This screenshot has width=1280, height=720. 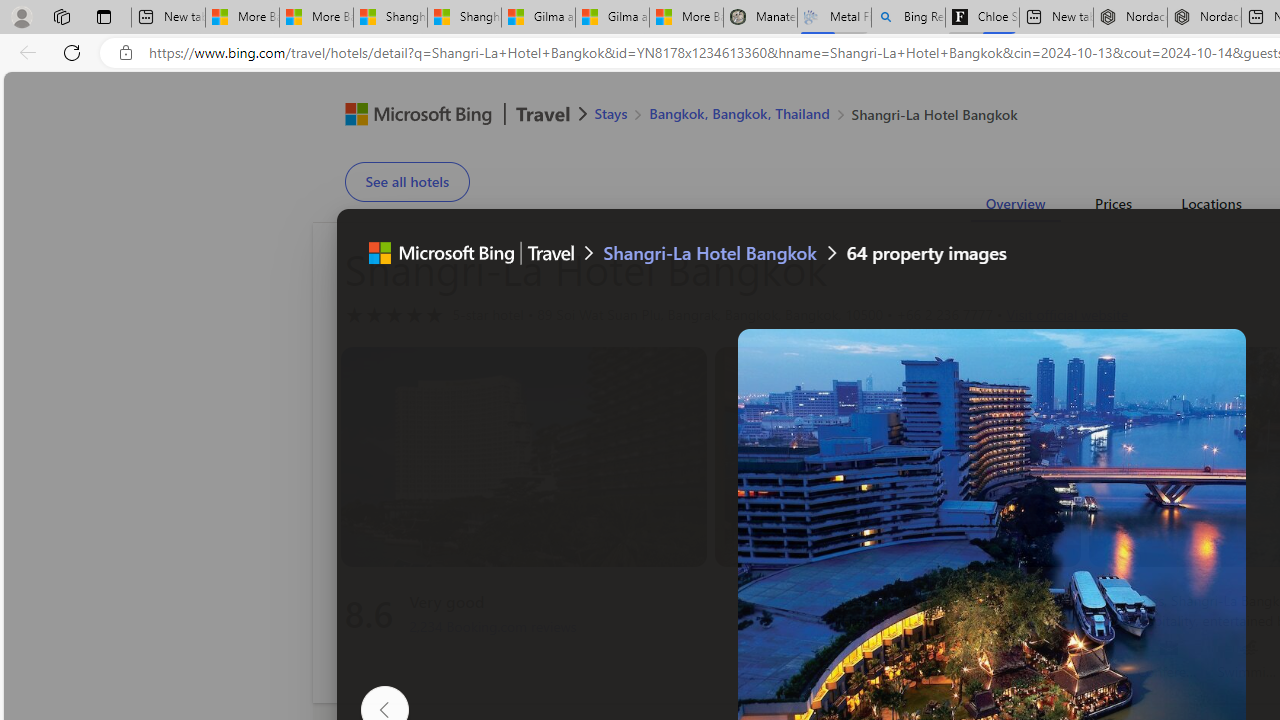 What do you see at coordinates (907, 17) in the screenshot?
I see `'Bing Real Estate - Home sales and rental listings'` at bounding box center [907, 17].